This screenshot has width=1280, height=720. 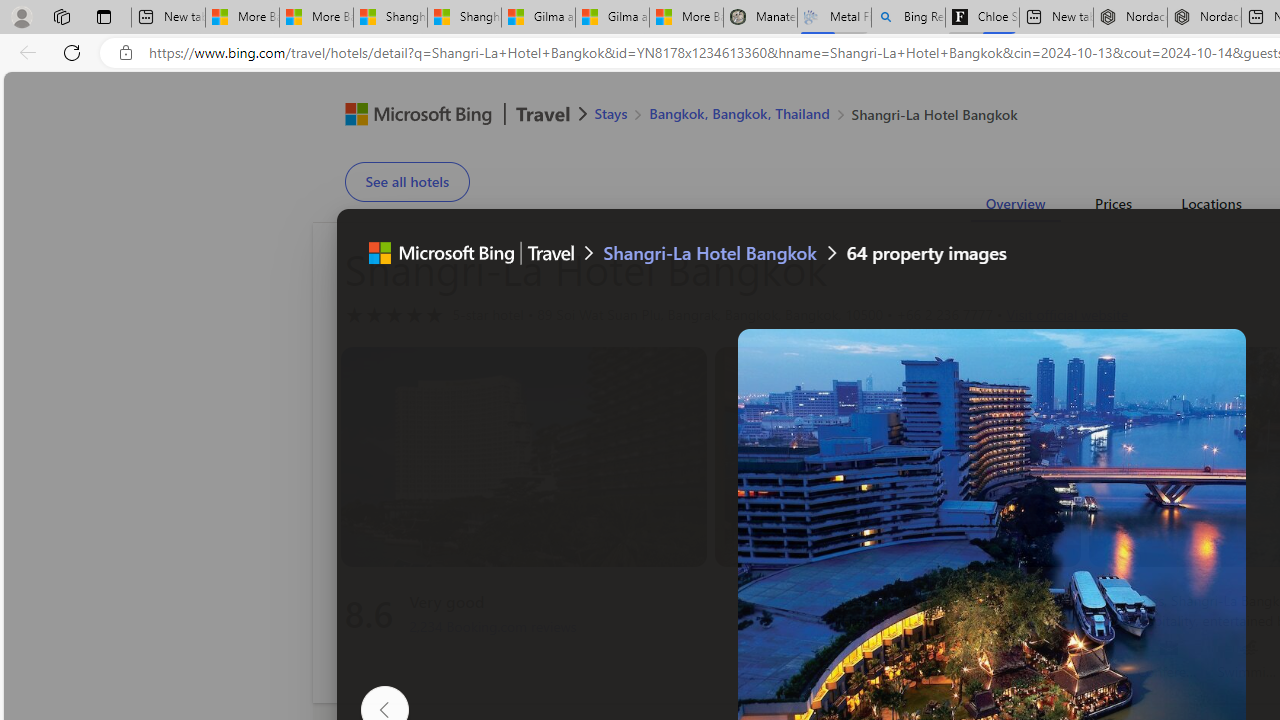 What do you see at coordinates (907, 17) in the screenshot?
I see `'Bing Real Estate - Home sales and rental listings'` at bounding box center [907, 17].